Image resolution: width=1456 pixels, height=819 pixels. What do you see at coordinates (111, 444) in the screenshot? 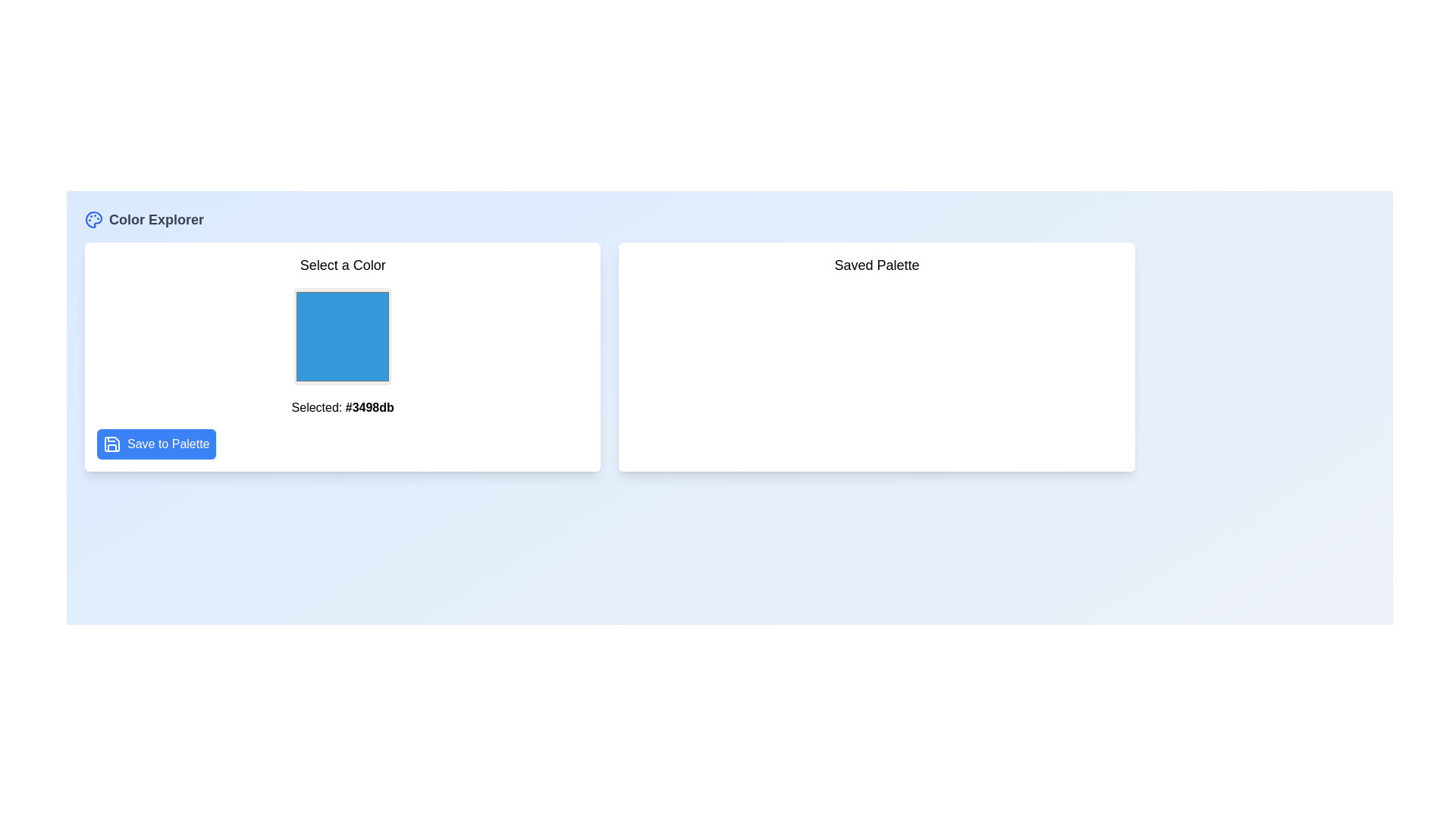
I see `the 'Save to Palette' button located at the bottom left of the first section in the Color Explorer interface, which contains a disk icon associated with a 'save' action` at bounding box center [111, 444].